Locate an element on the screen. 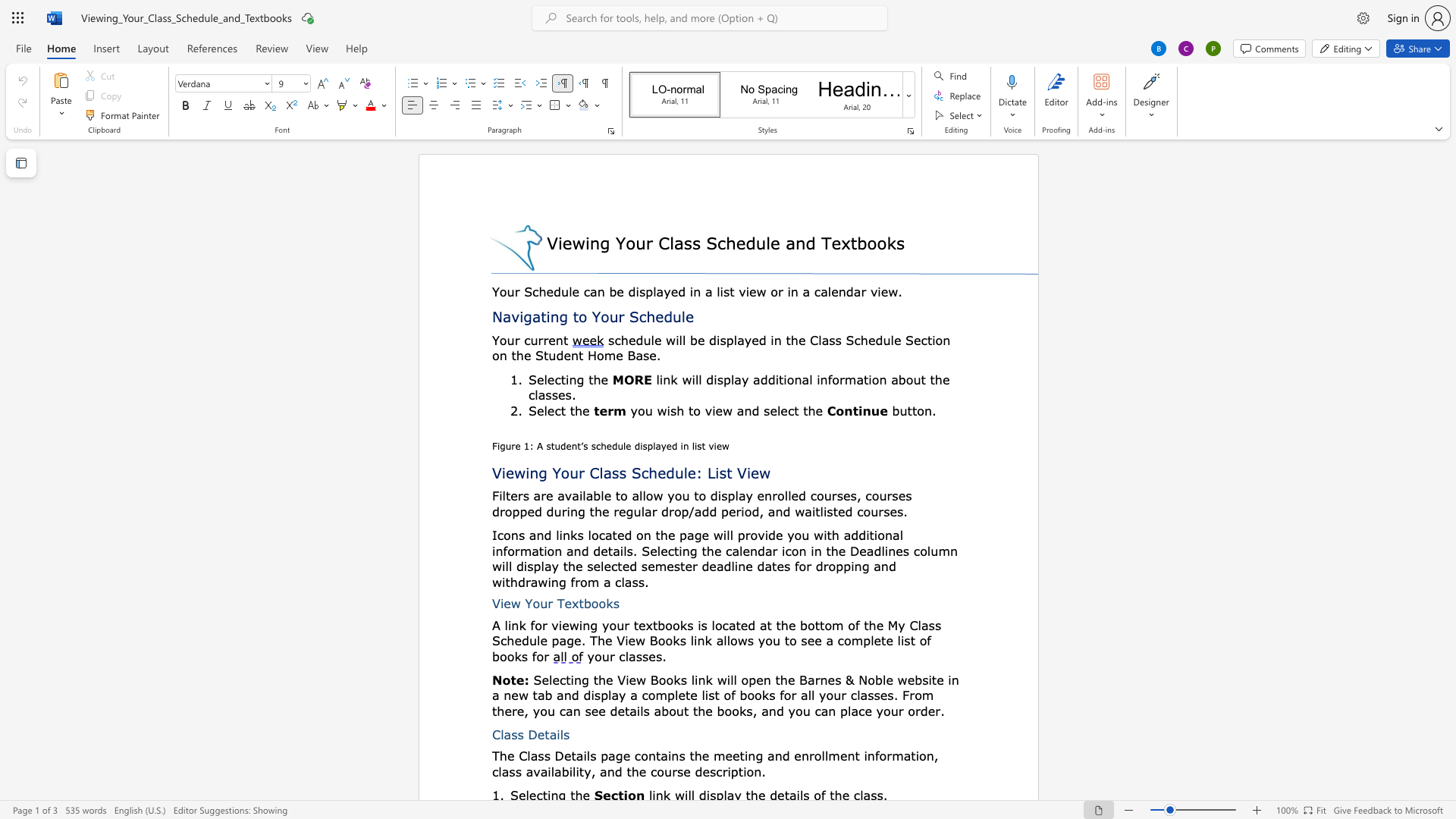  the 1th character "k" in the text is located at coordinates (573, 534).